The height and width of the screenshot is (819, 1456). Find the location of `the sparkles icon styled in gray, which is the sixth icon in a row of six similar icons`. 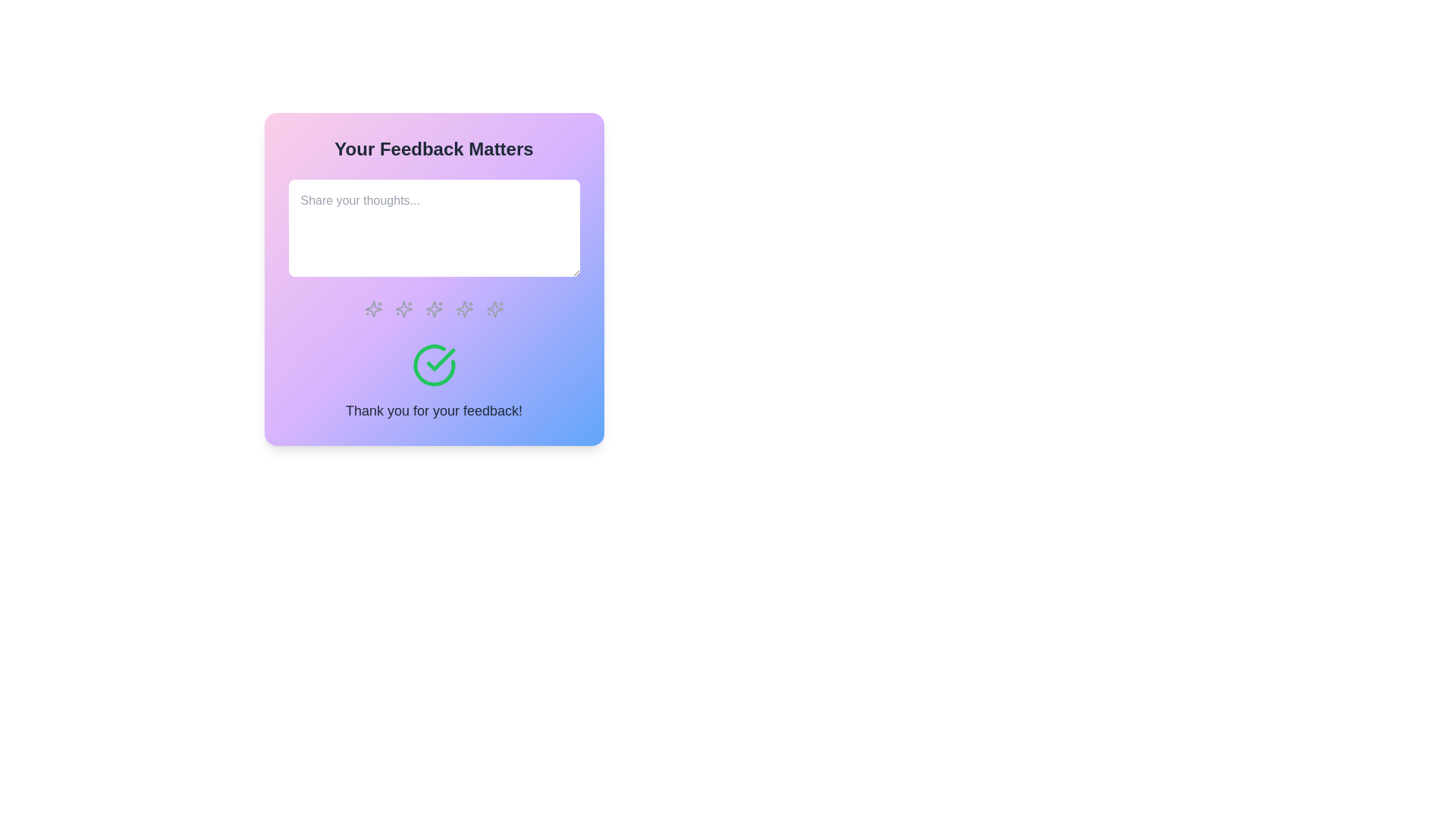

the sparkles icon styled in gray, which is the sixth icon in a row of six similar icons is located at coordinates (494, 309).